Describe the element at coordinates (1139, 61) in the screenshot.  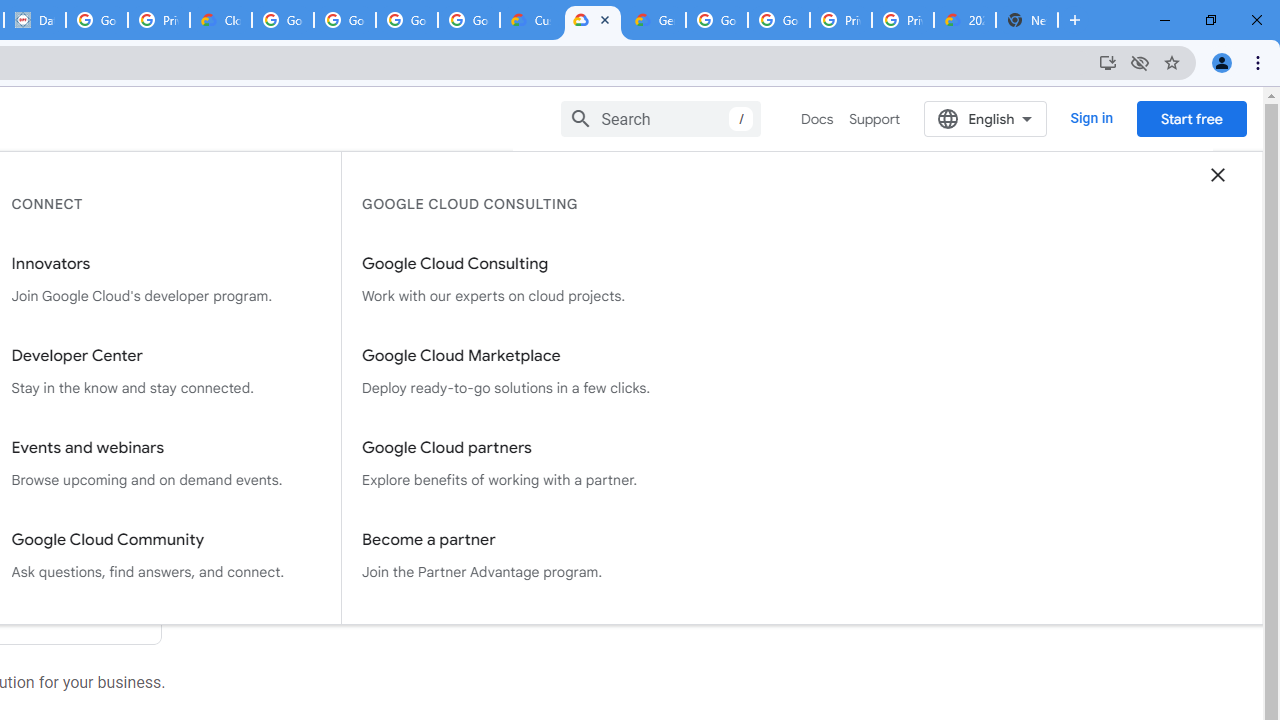
I see `'Third-party cookies blocked'` at that location.